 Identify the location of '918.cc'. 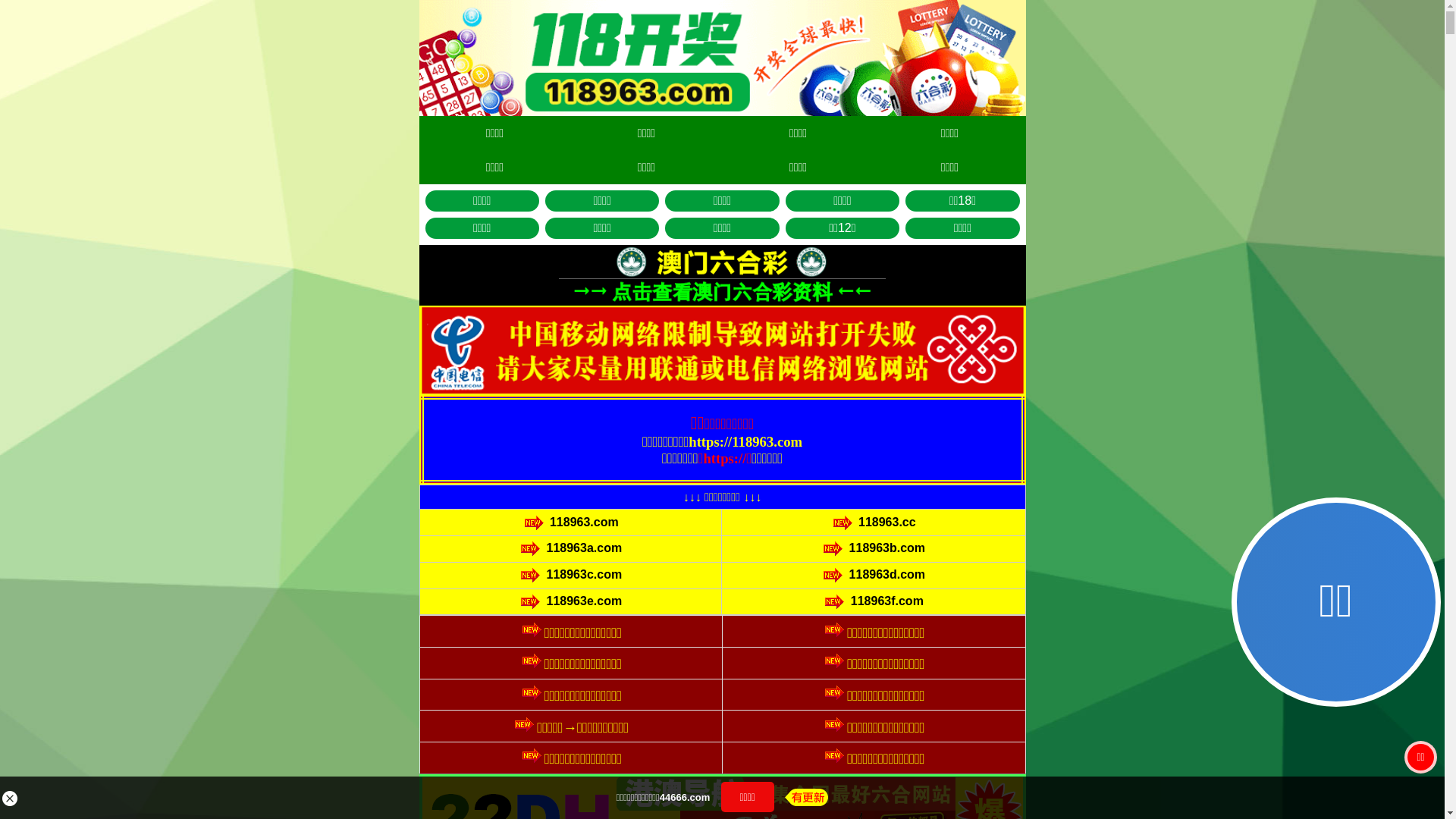
(786, 551).